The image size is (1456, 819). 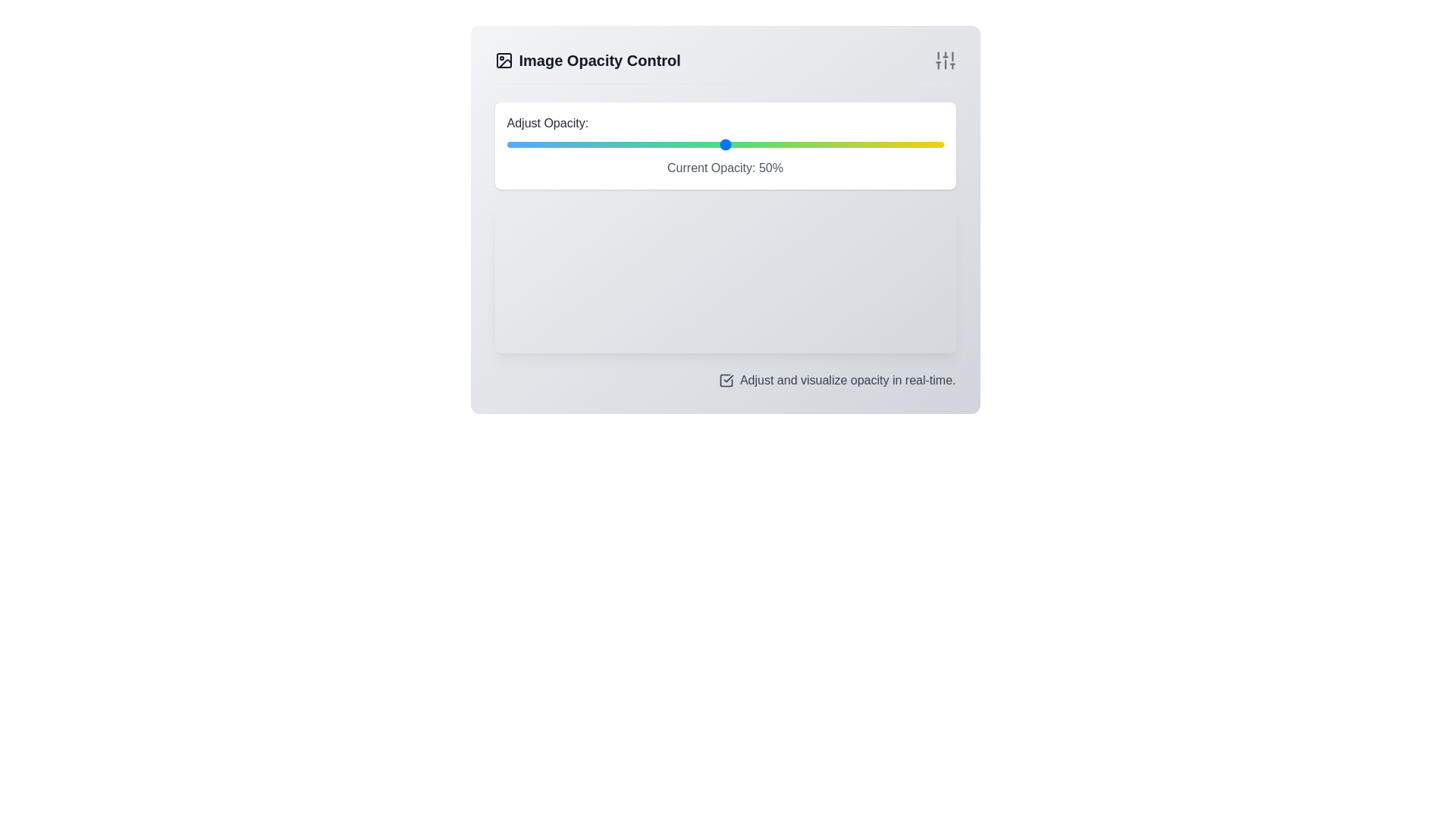 I want to click on the opacity, so click(x=563, y=145).